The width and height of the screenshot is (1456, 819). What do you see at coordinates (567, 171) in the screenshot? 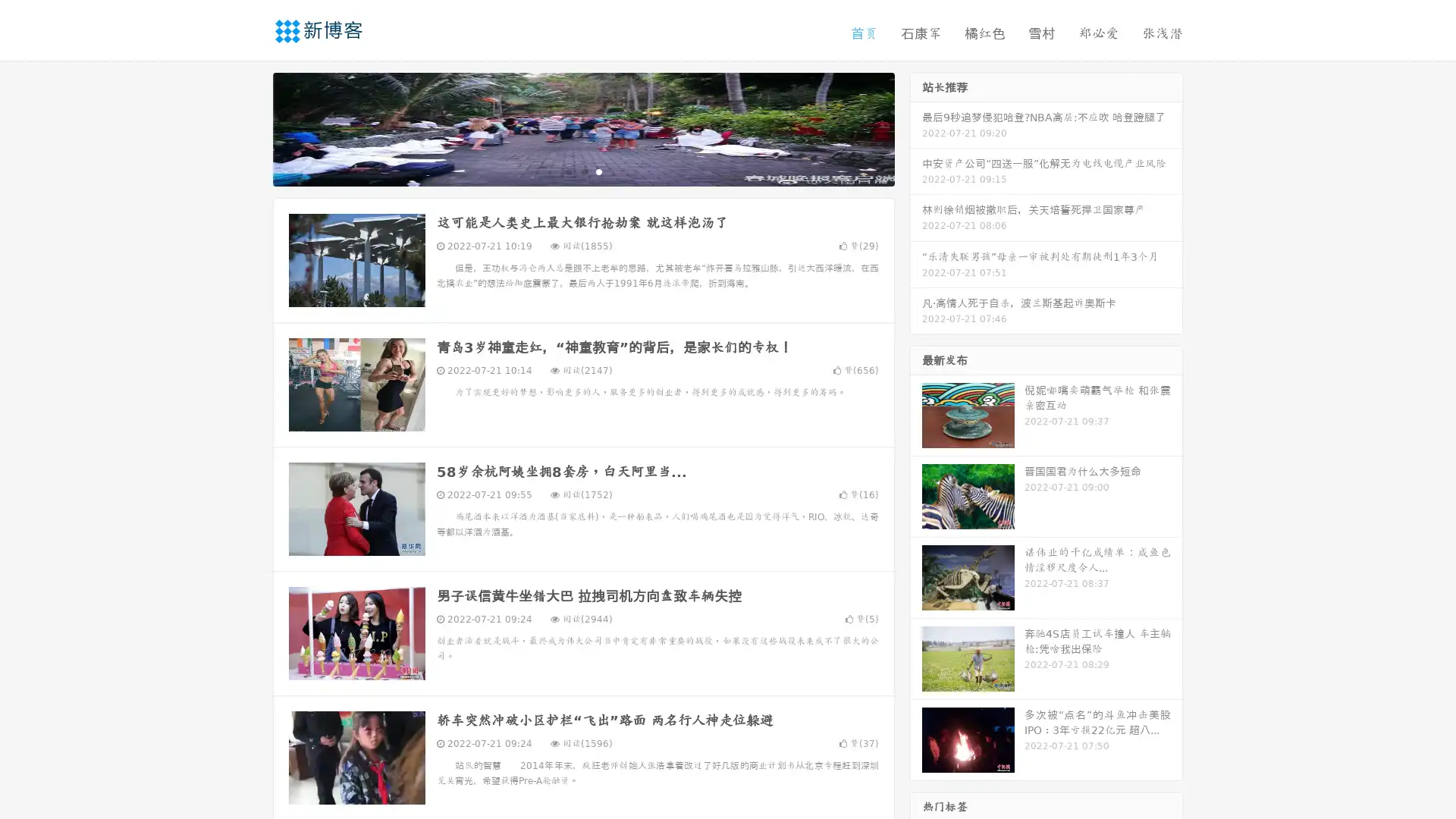
I see `Go to slide 1` at bounding box center [567, 171].